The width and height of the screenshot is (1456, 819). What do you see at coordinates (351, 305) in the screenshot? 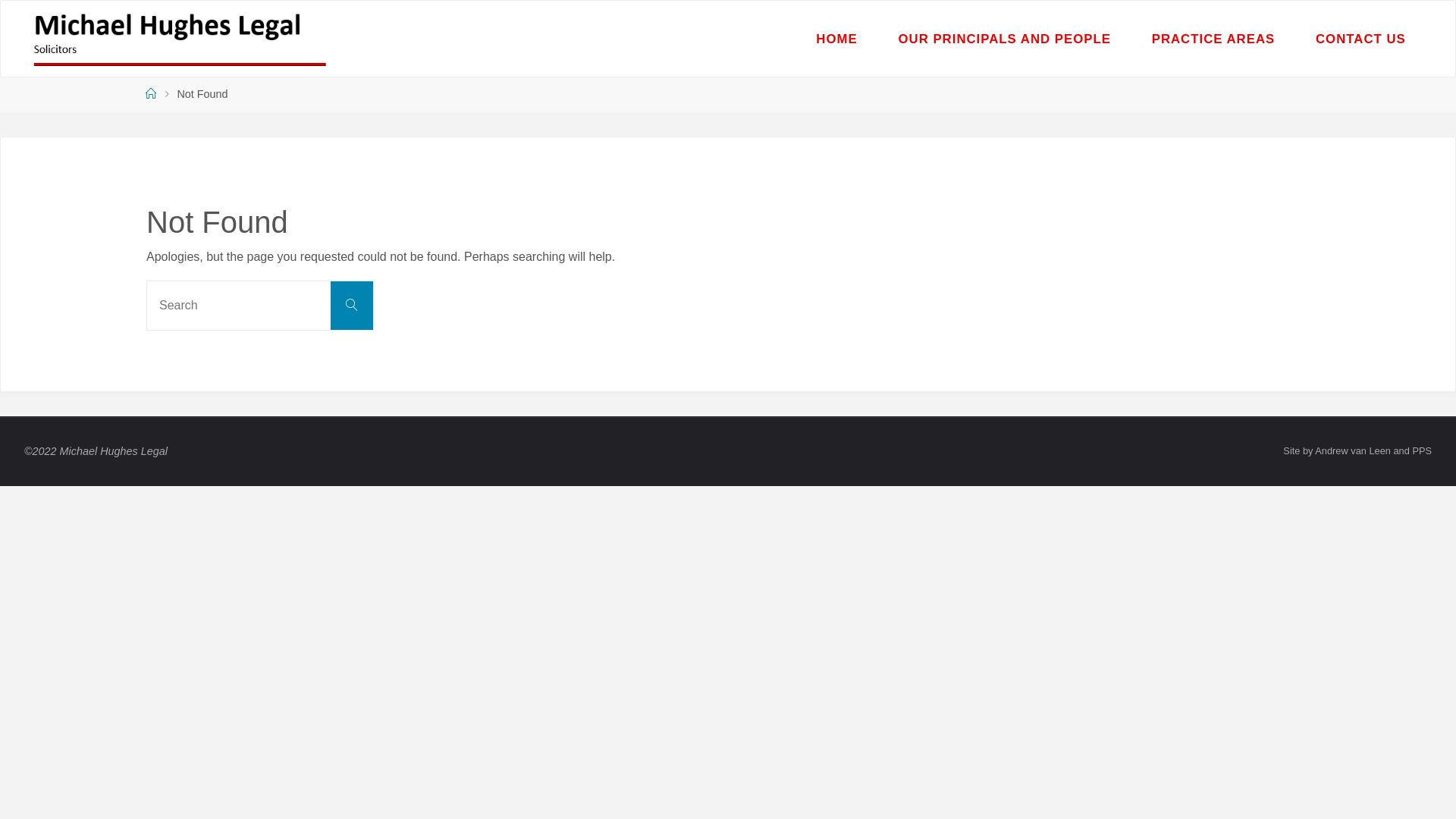
I see `'Search'` at bounding box center [351, 305].